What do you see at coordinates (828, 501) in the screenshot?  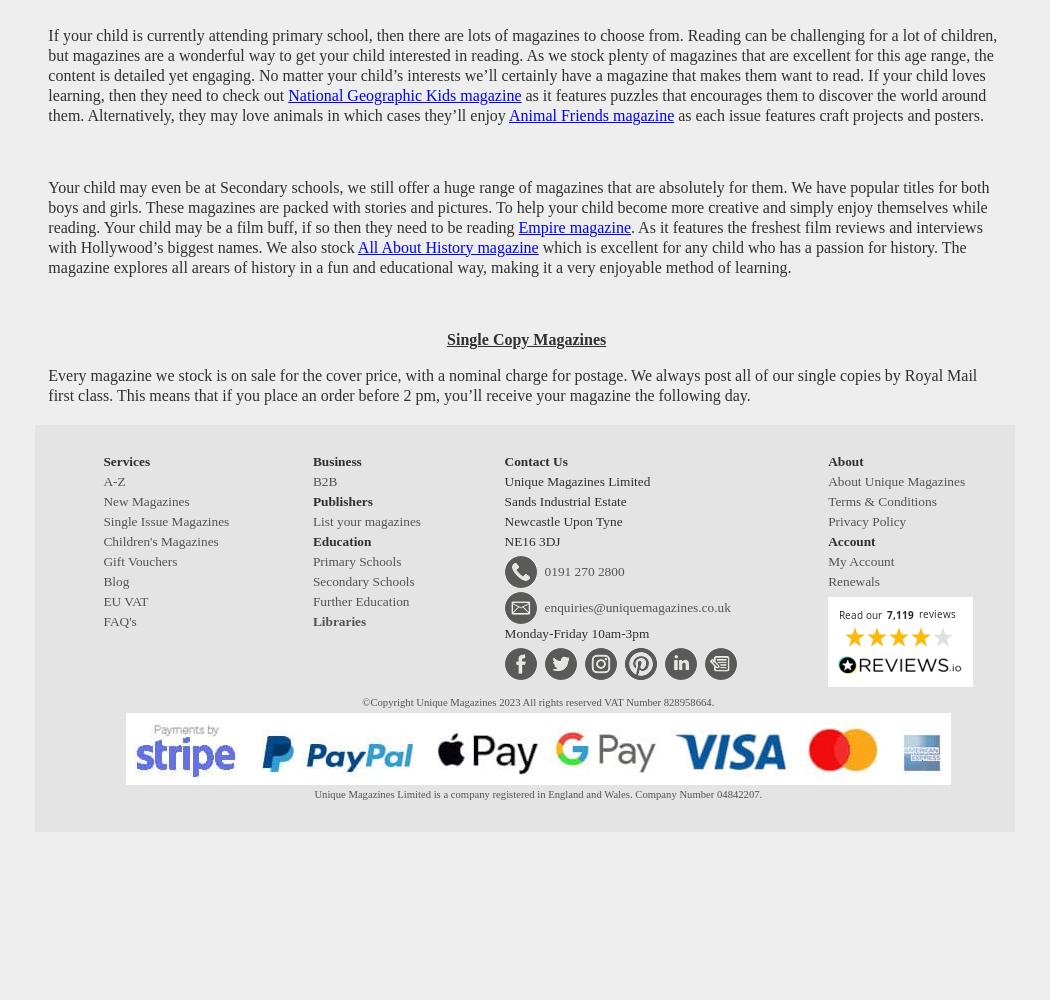 I see `'Terms & Conditions'` at bounding box center [828, 501].